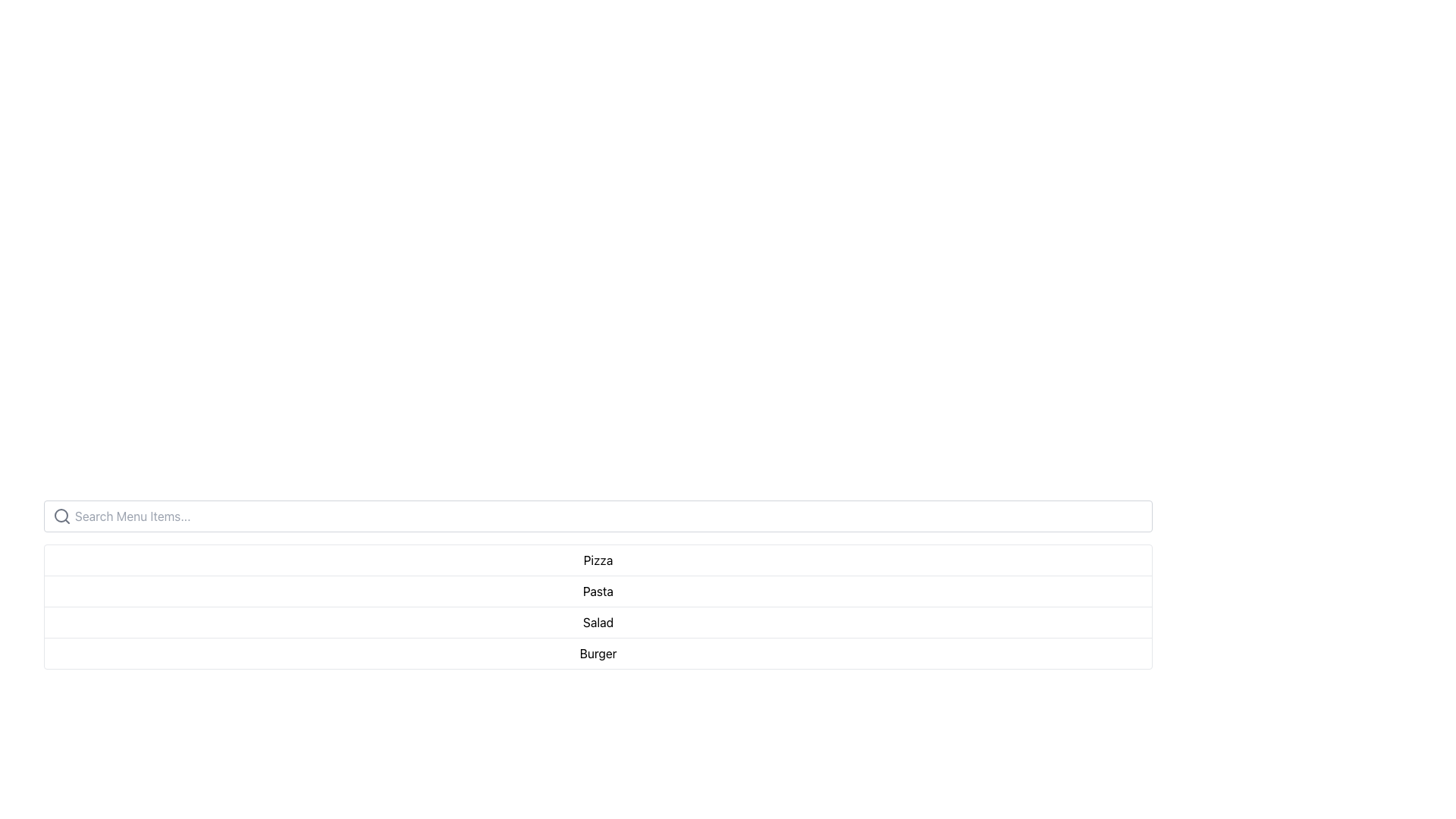  I want to click on the text label 'Salad' displayed in black text on a white background, so click(597, 622).